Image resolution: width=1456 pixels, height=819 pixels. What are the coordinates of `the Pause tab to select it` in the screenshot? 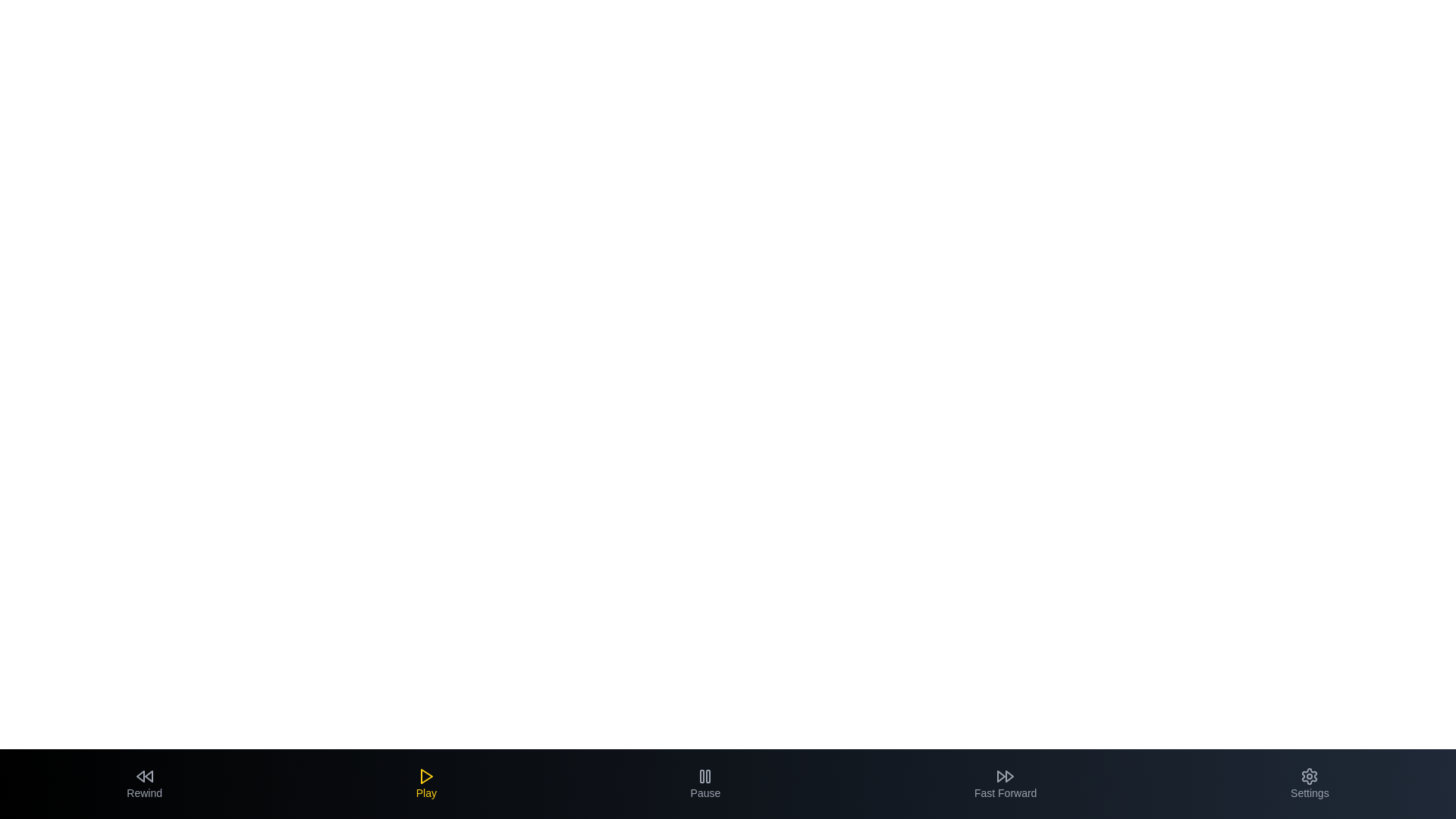 It's located at (704, 783).